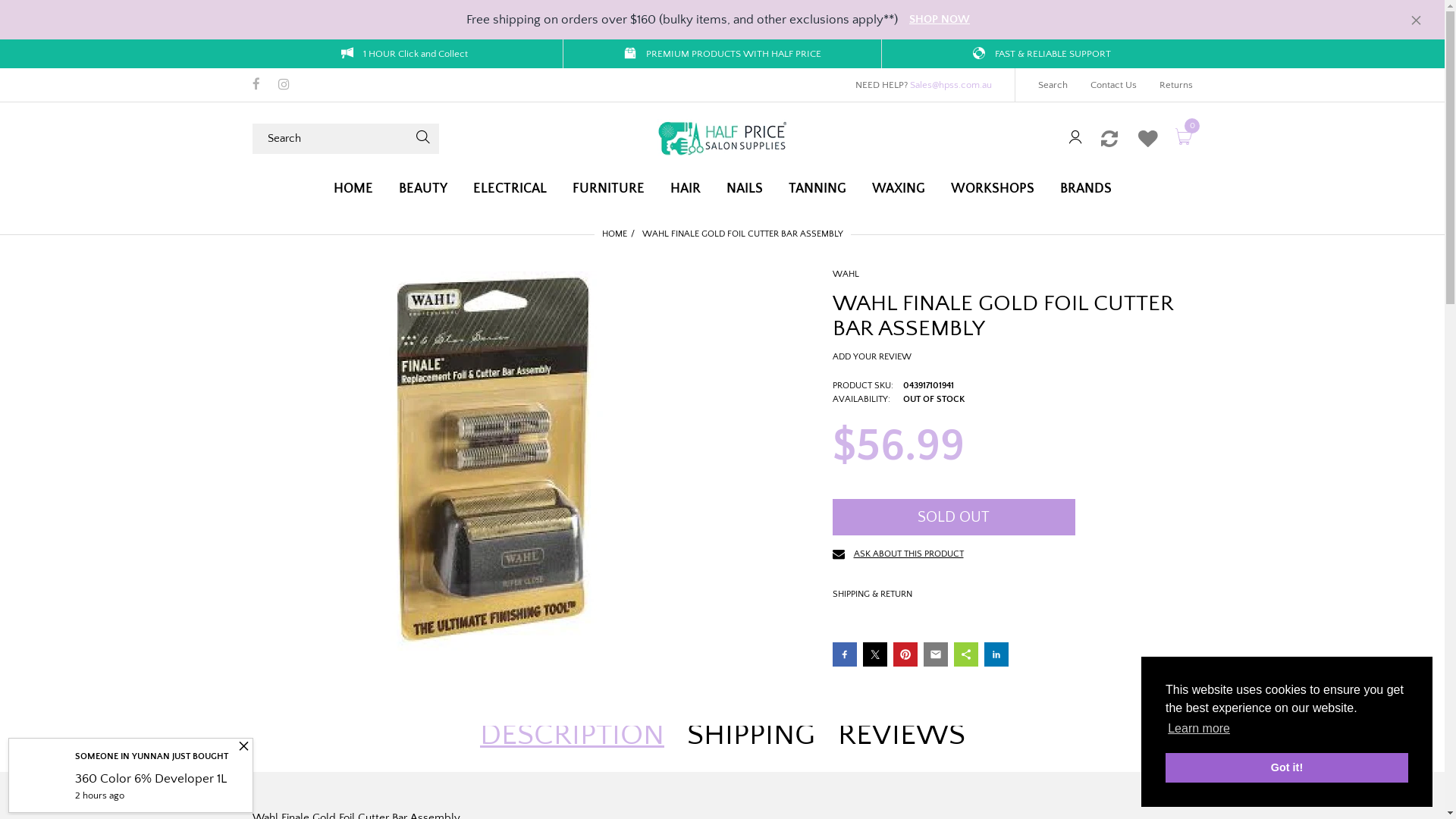 This screenshot has width=1456, height=819. What do you see at coordinates (255, 85) in the screenshot?
I see `'Facebook'` at bounding box center [255, 85].